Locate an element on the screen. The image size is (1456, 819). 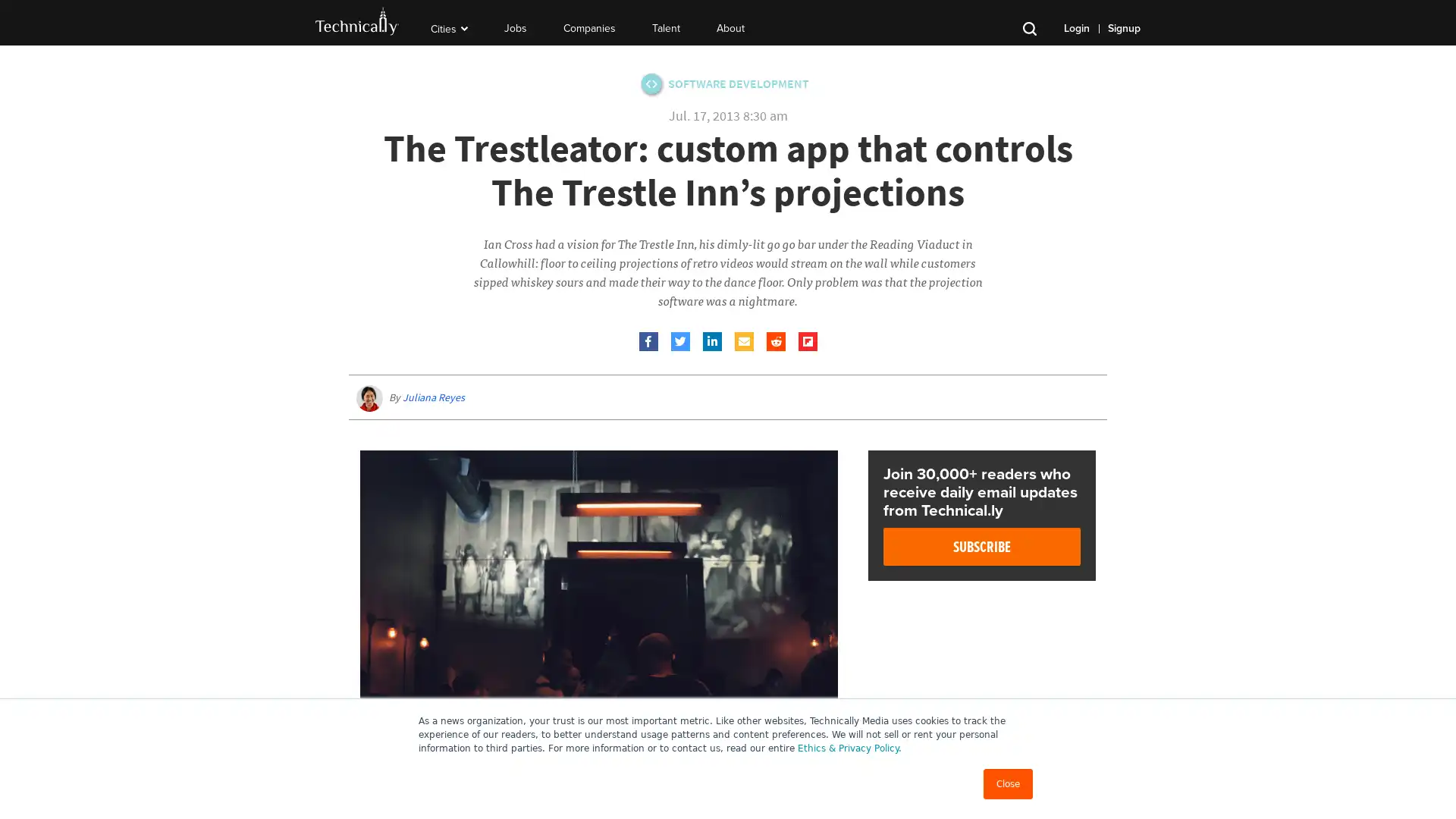
Close is located at coordinates (1008, 783).